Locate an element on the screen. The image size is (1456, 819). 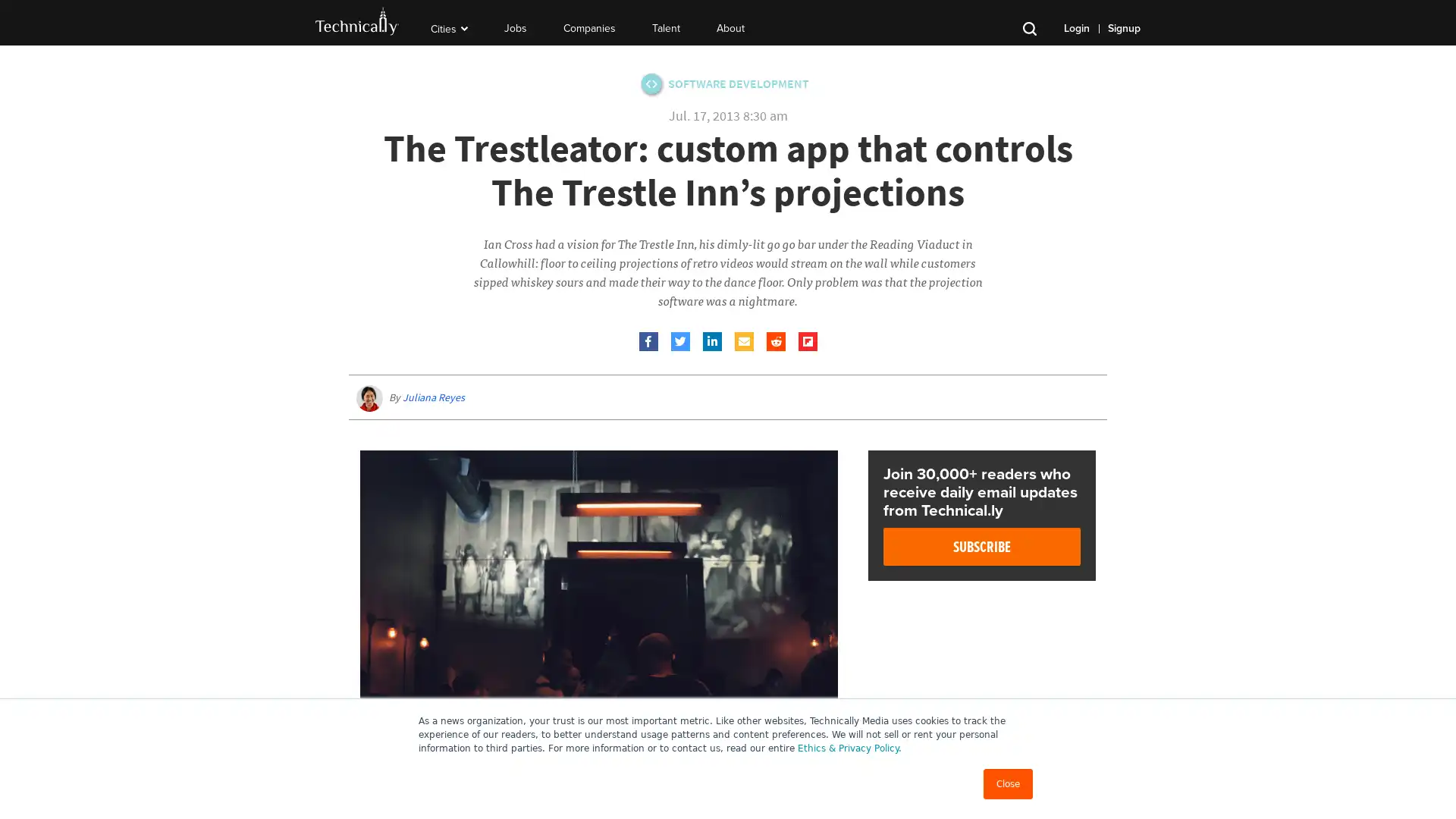
Close is located at coordinates (1008, 783).